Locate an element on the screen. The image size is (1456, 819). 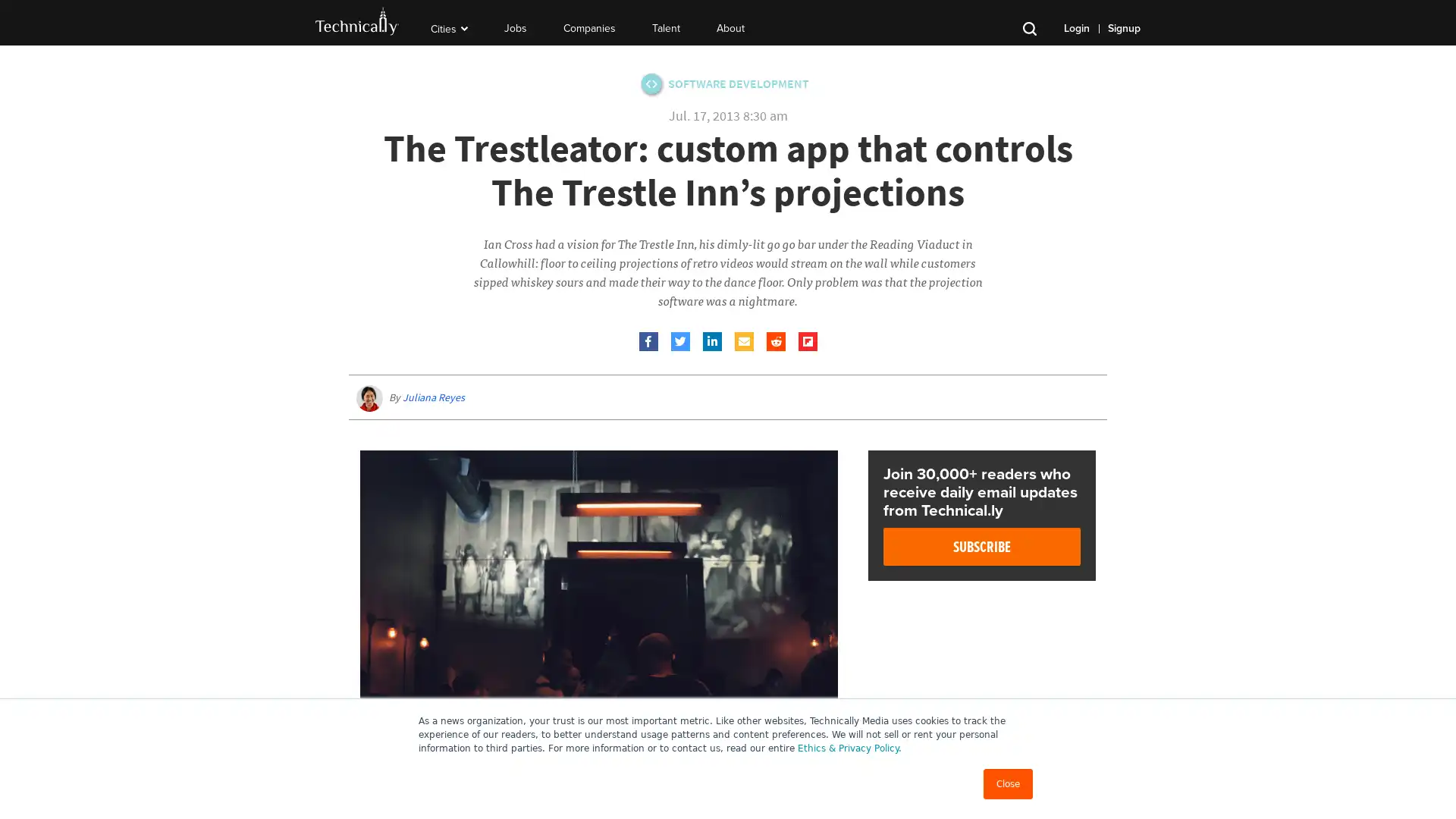
Close is located at coordinates (1008, 783).